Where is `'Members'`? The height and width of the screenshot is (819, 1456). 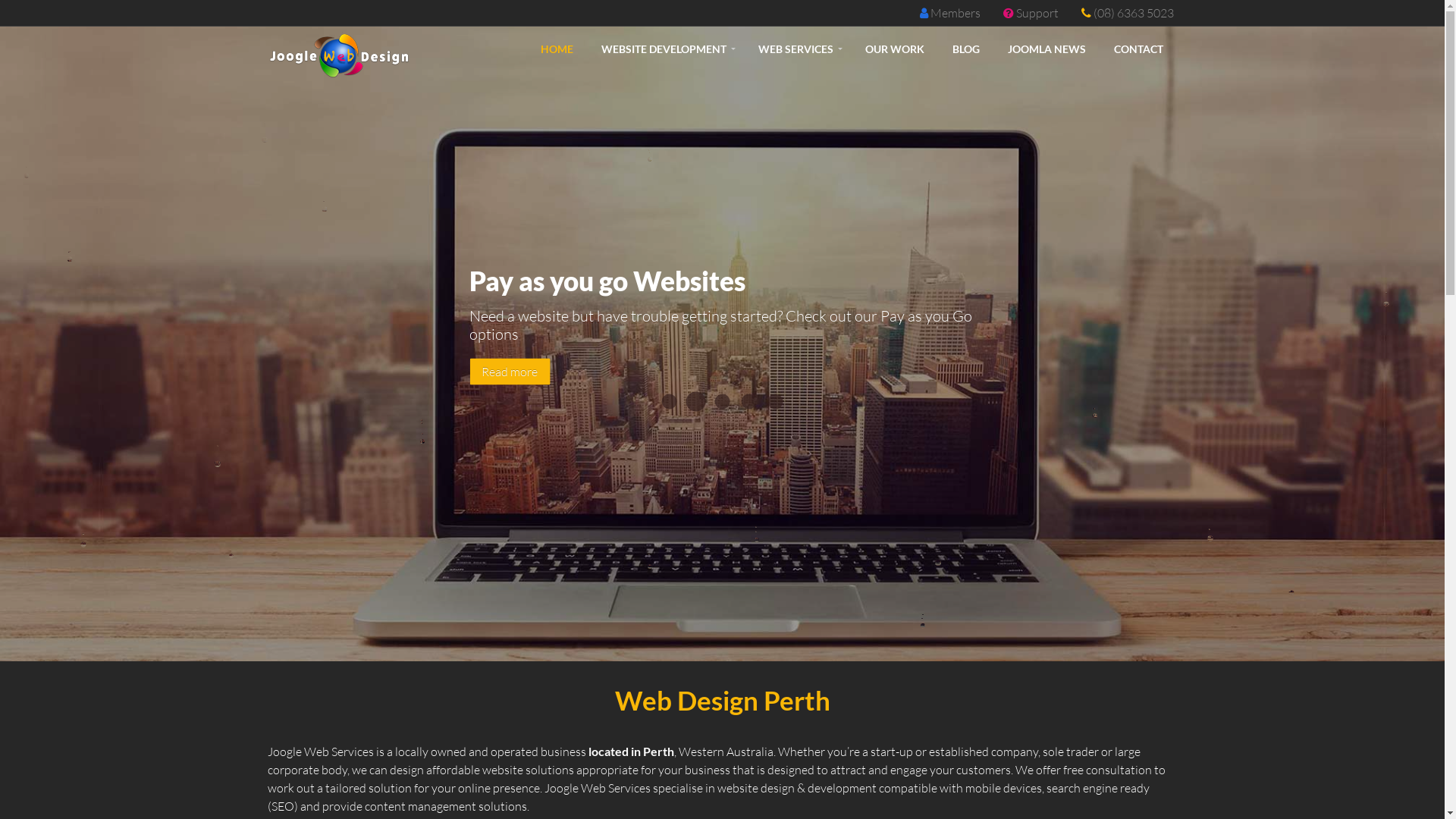
'Members' is located at coordinates (953, 12).